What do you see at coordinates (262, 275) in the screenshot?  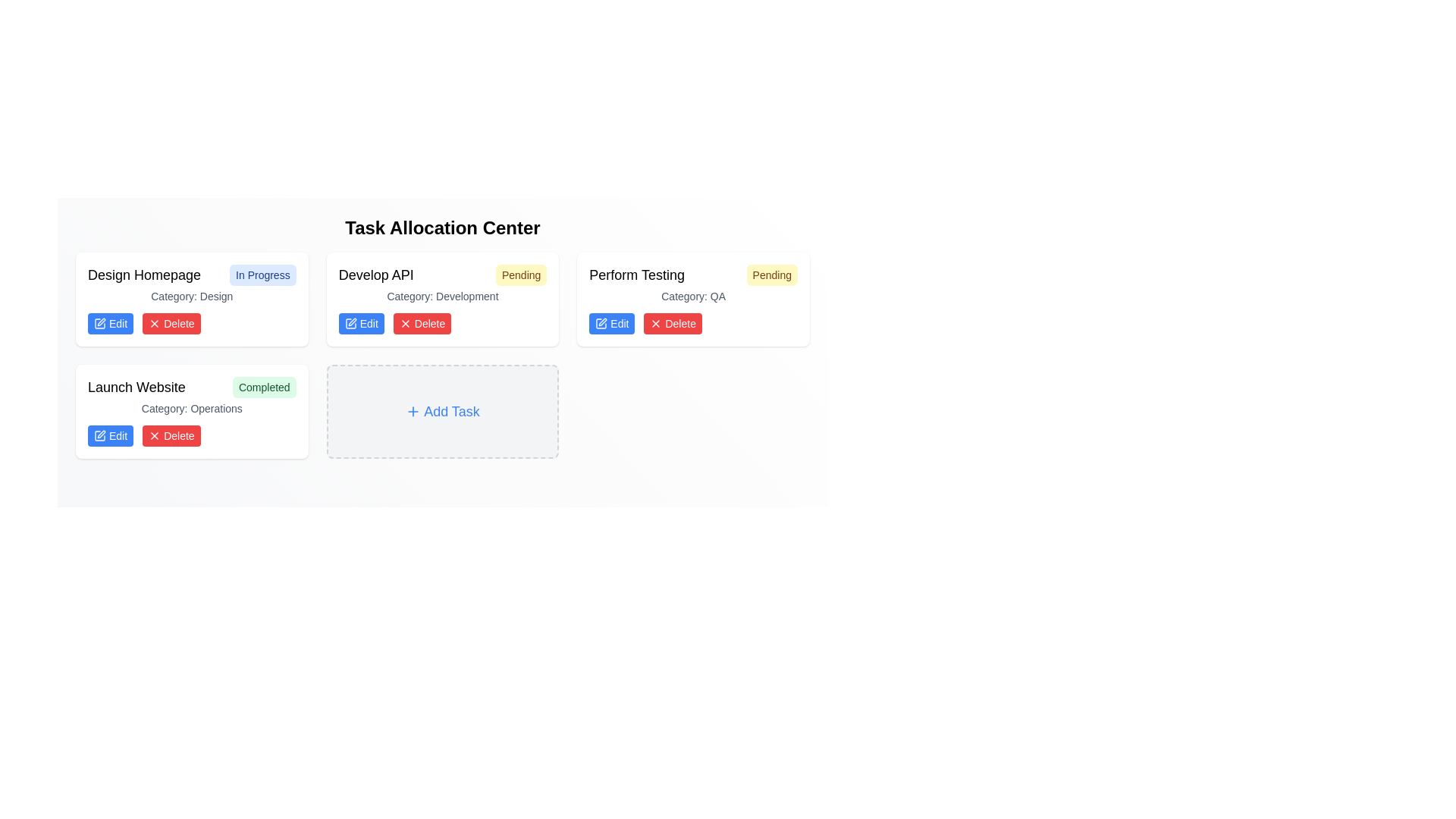 I see `the 'In Progress' status indicator button located at the top-right corner of the 'Design Homepage' card, which has a light blue rounded rectangle background and dark blue text` at bounding box center [262, 275].